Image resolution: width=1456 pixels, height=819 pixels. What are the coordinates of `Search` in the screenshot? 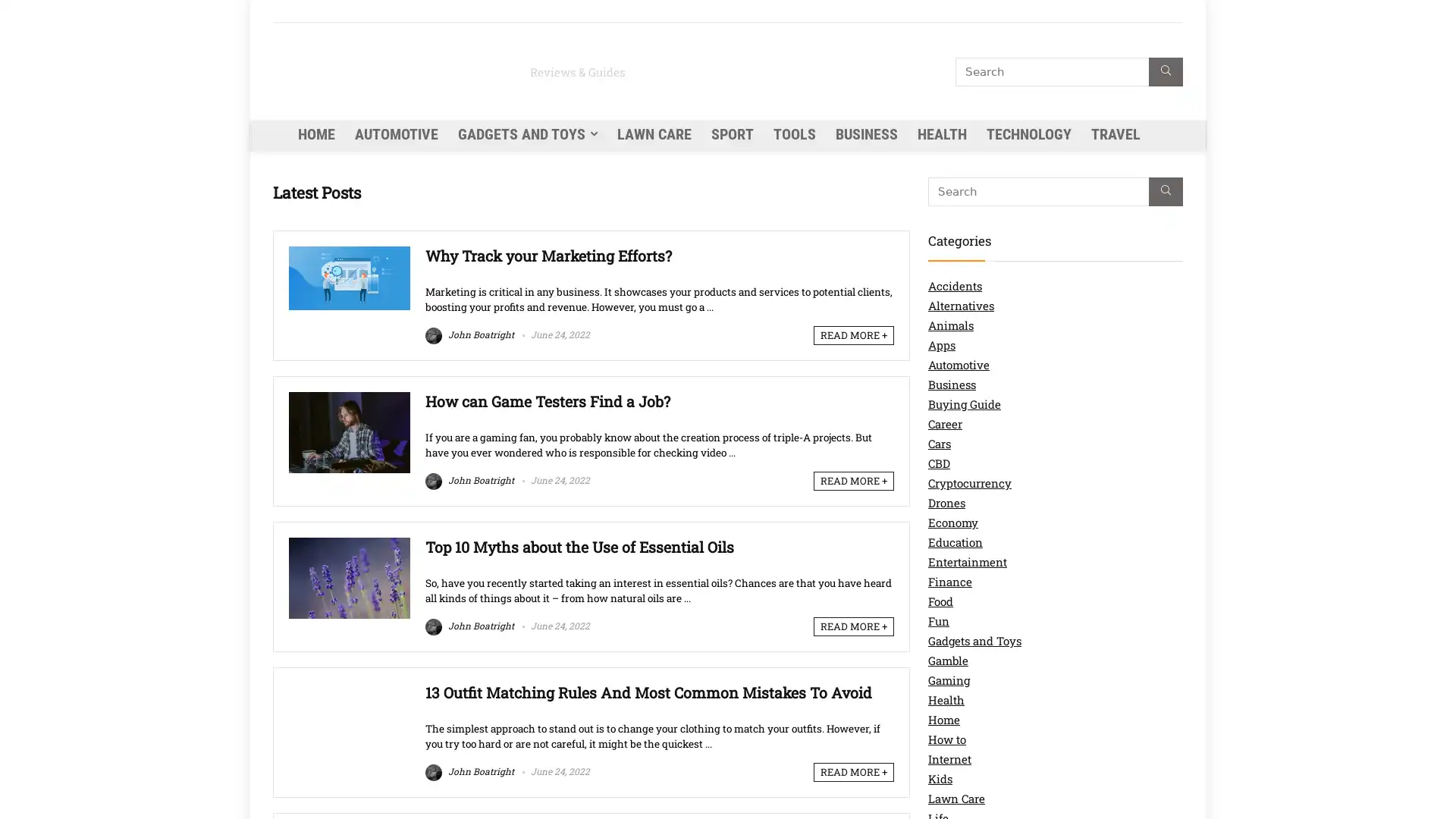 It's located at (1165, 191).